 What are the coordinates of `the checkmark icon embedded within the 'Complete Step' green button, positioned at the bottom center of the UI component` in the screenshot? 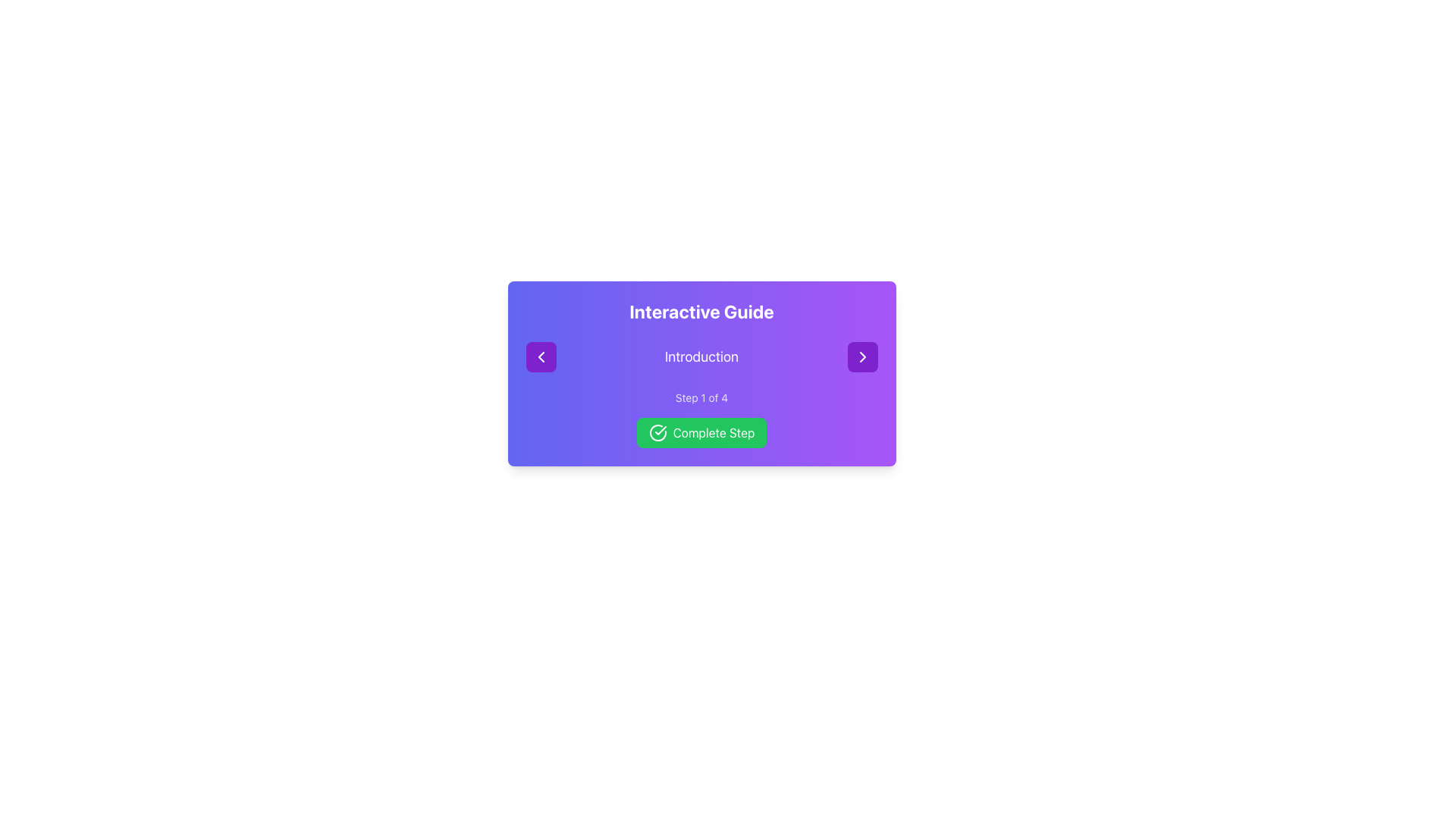 It's located at (661, 430).